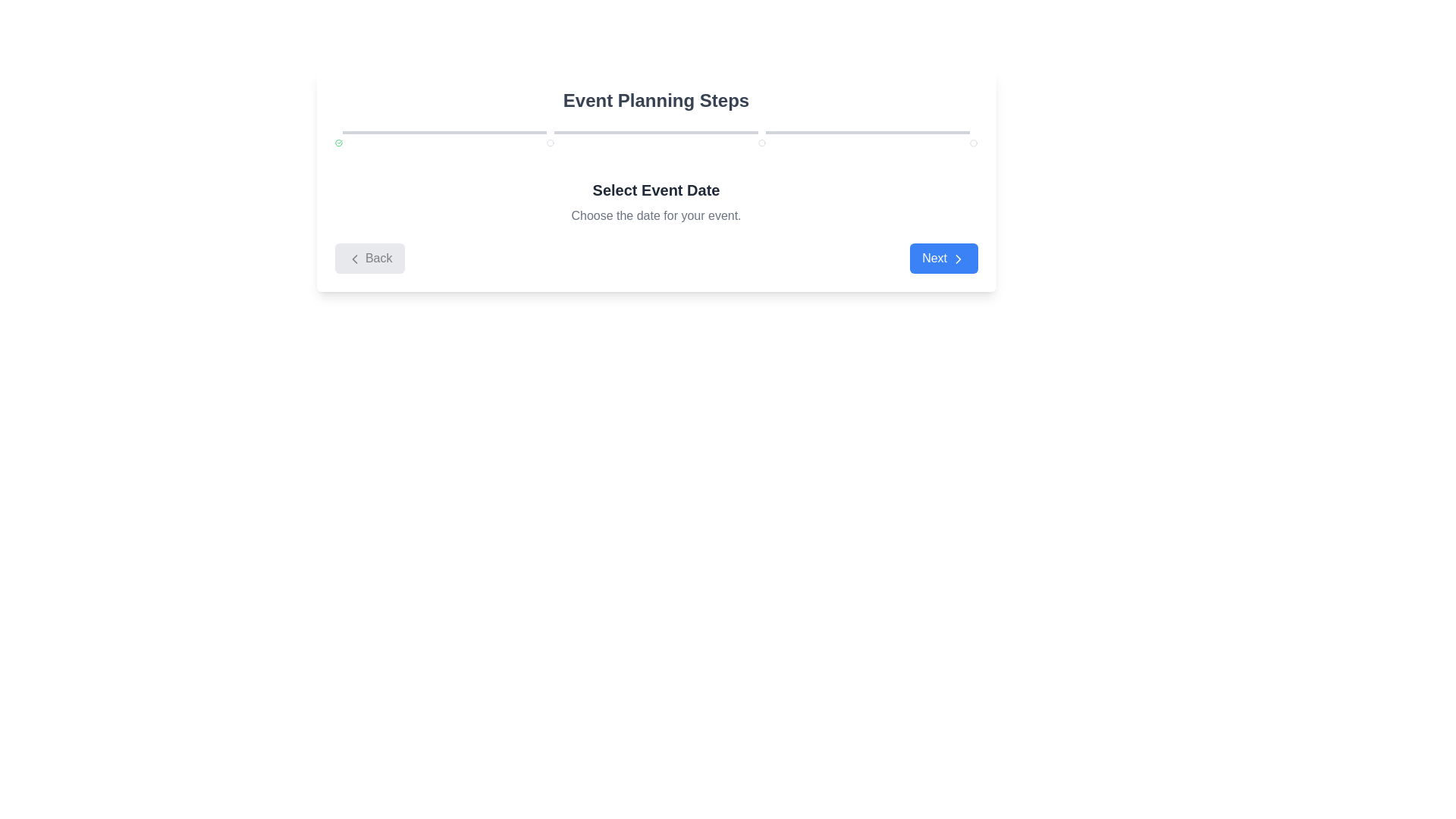 The width and height of the screenshot is (1456, 819). Describe the element at coordinates (369, 257) in the screenshot. I see `the navigation button located in the bottom-left area of the interface, which is the first button in a horizontal layout shared with the 'Next' button on its right` at that location.